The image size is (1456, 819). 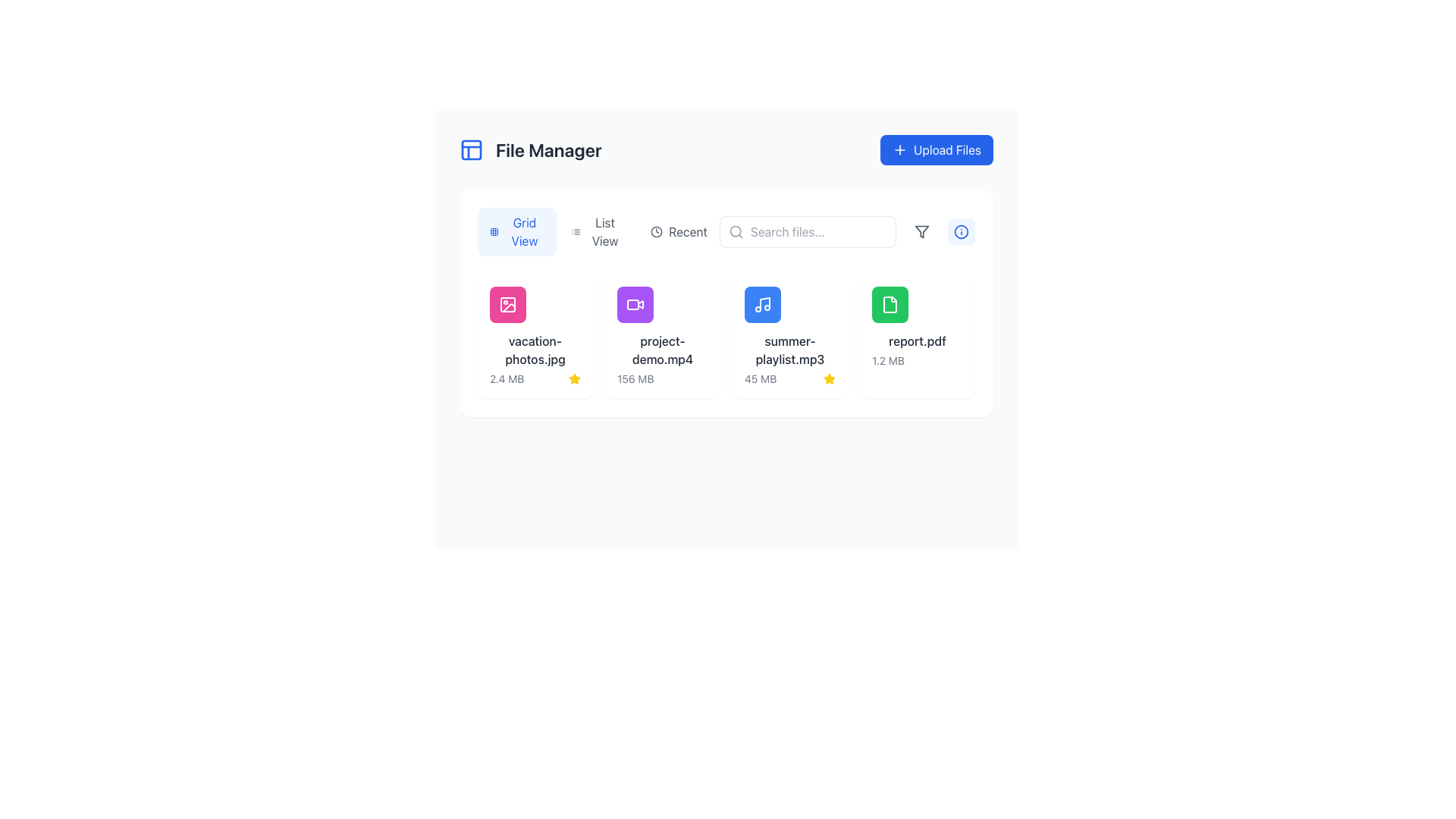 I want to click on the photo image icon with a pink circular background, so click(x=508, y=304).